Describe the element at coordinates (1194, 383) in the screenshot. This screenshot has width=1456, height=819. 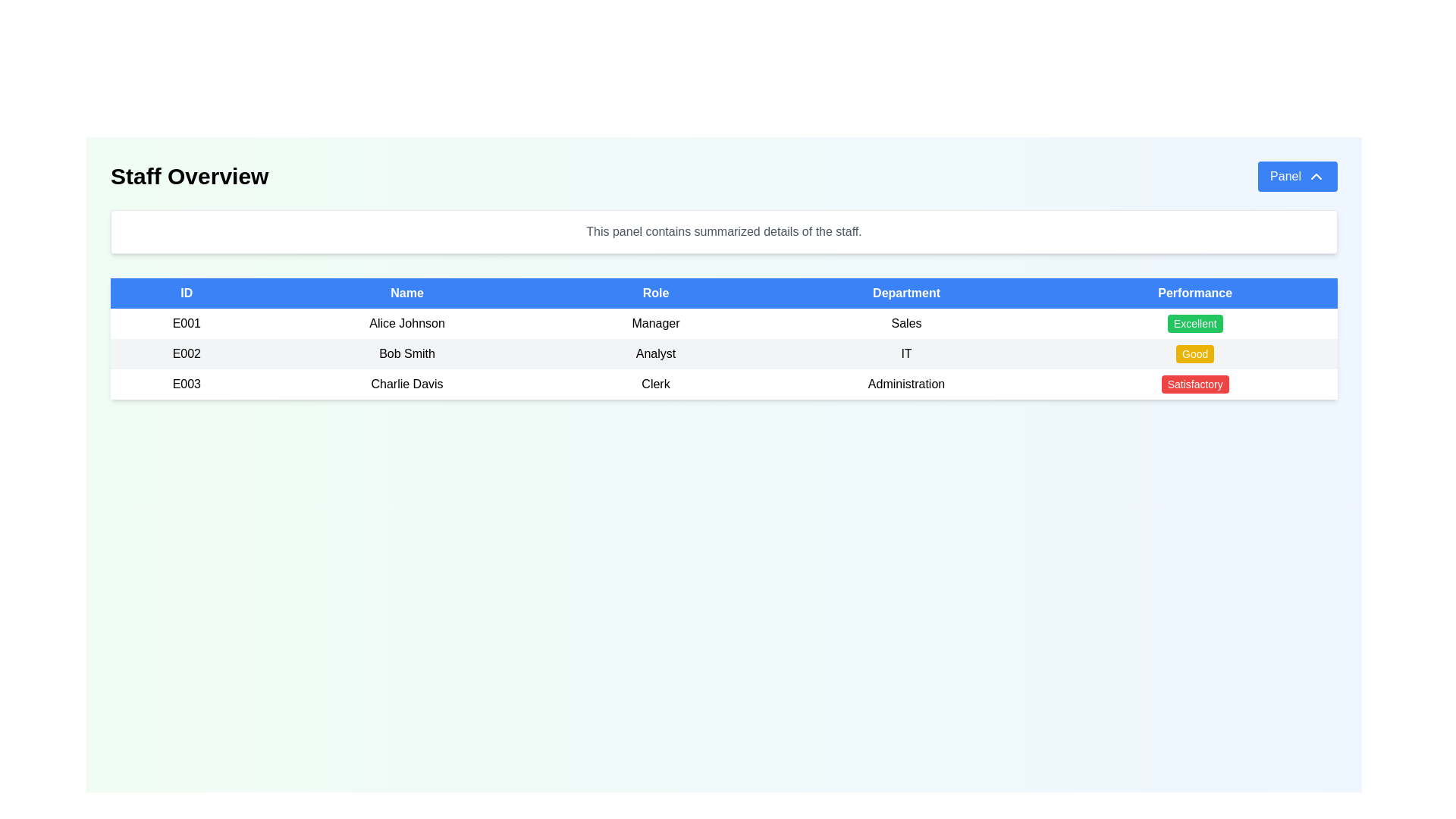
I see `text of the performance indicator badge located in the last row of the table under the 'Performance' column for 'Charlie Davis', aligned in the 'Clerk' role and 'Administration' department` at that location.